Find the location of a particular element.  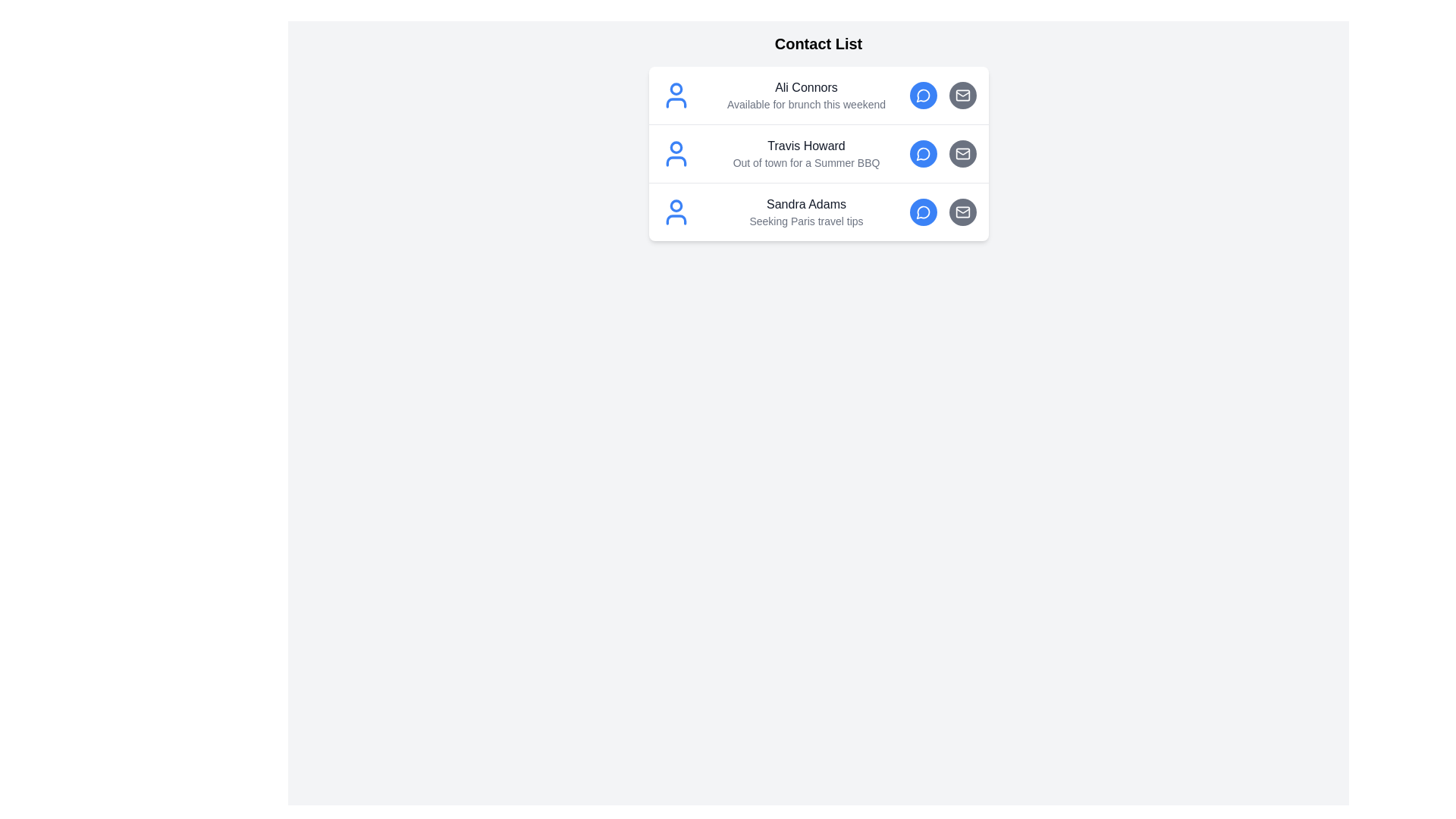

the blue user silhouette icon located to the left of the 'Sandra Adams' text in the contact card is located at coordinates (675, 212).